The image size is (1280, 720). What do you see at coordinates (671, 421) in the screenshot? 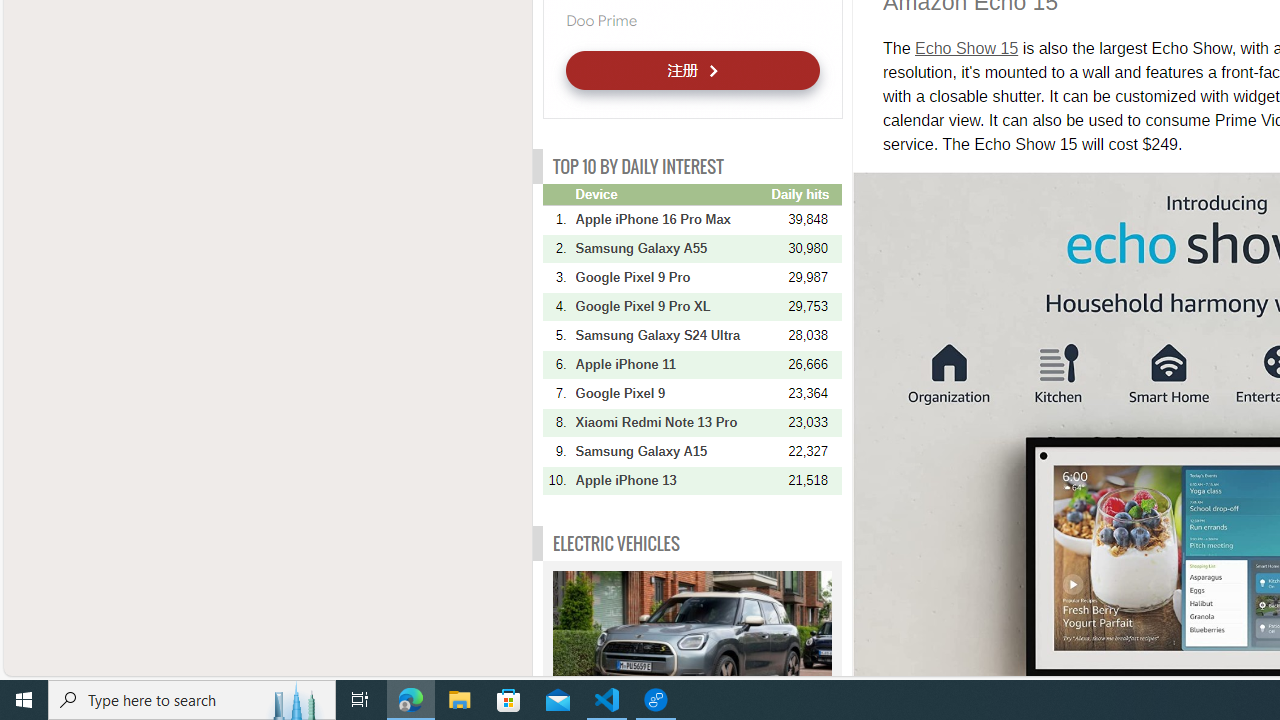
I see `'Xiaomi Redmi Note 13 Pro'` at bounding box center [671, 421].